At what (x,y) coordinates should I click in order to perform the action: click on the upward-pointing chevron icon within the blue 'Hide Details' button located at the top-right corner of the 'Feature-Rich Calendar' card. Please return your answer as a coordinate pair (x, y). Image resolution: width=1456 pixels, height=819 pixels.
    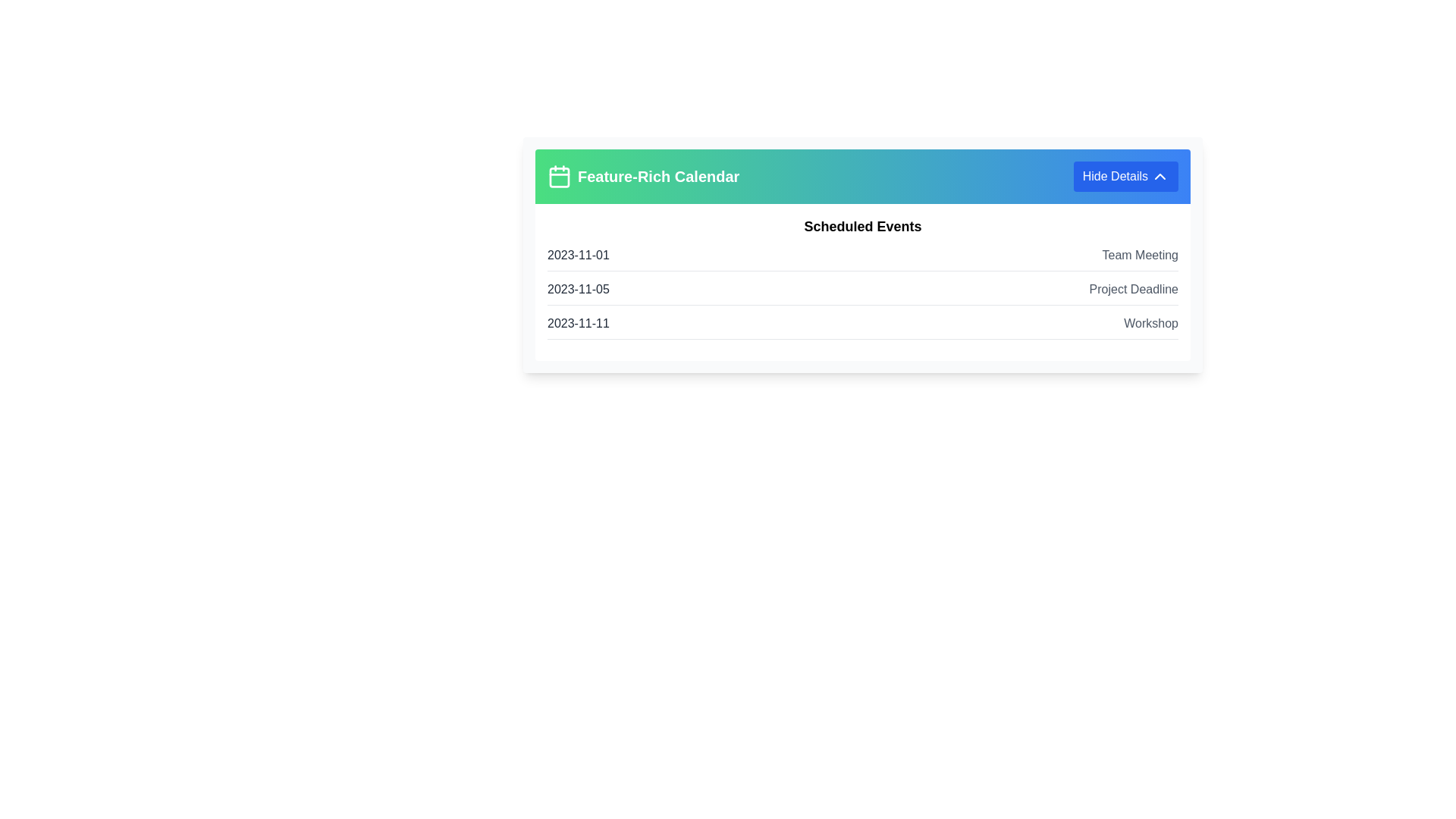
    Looking at the image, I should click on (1159, 175).